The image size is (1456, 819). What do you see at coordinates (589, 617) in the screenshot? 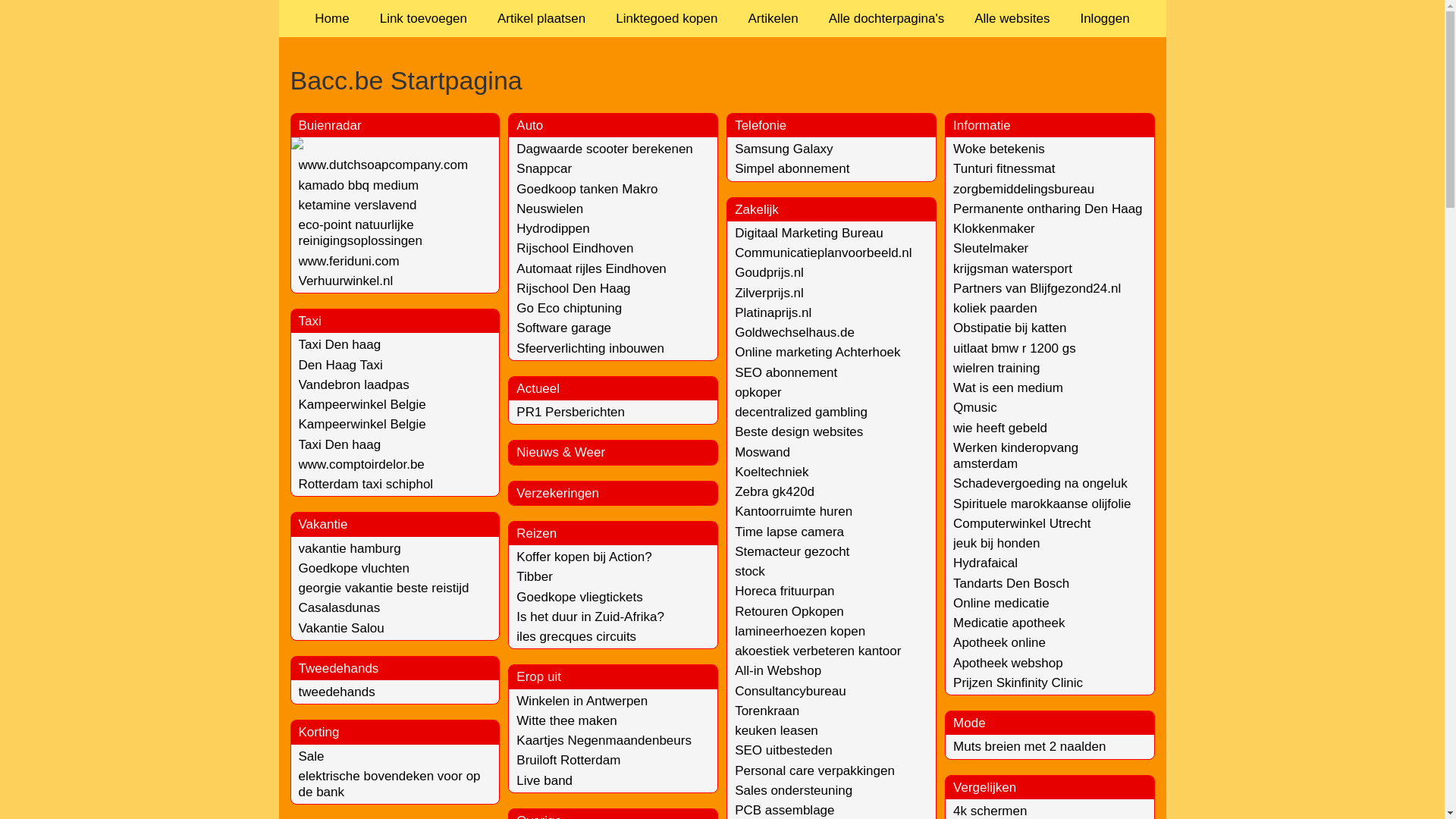
I see `'Is het duur in Zuid-Afrika?'` at bounding box center [589, 617].